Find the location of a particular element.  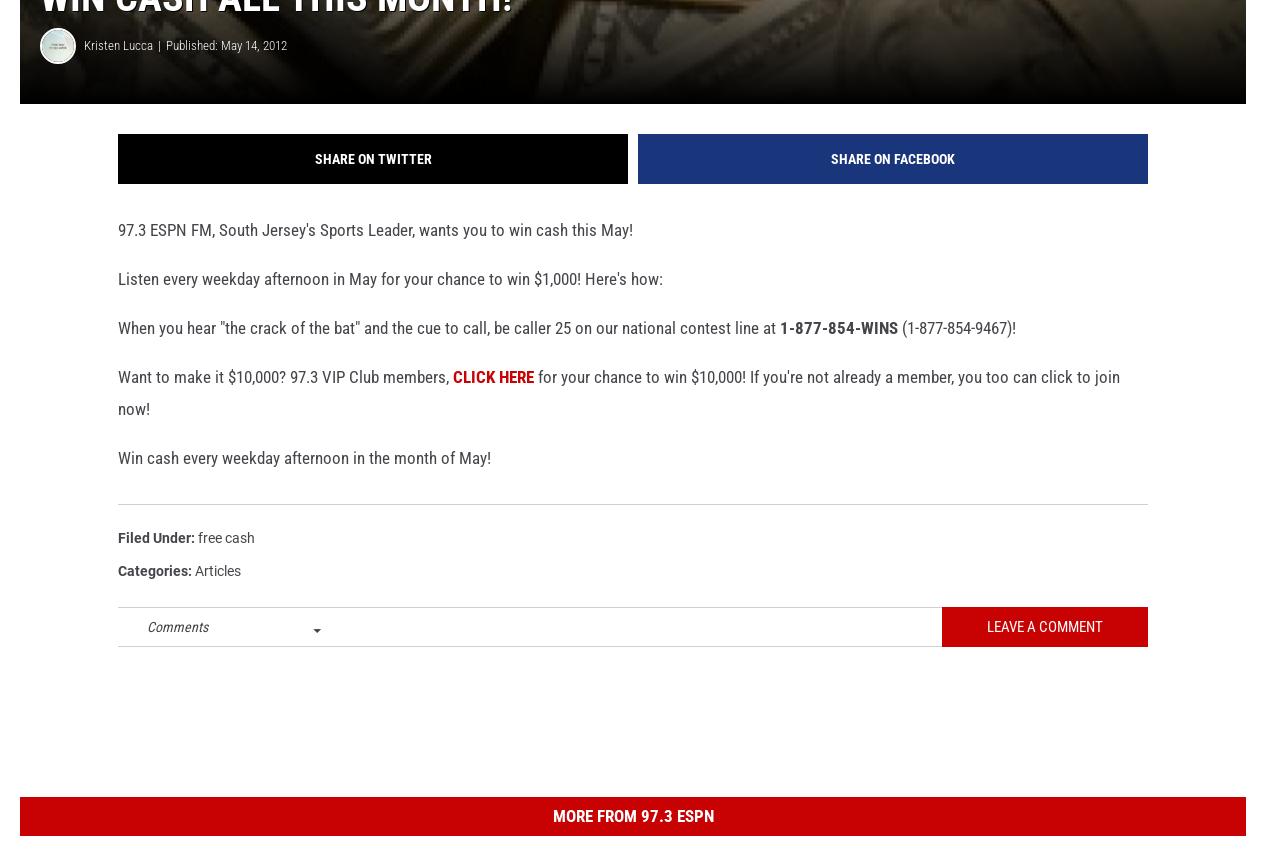

'Share on Twitter' is located at coordinates (371, 190).